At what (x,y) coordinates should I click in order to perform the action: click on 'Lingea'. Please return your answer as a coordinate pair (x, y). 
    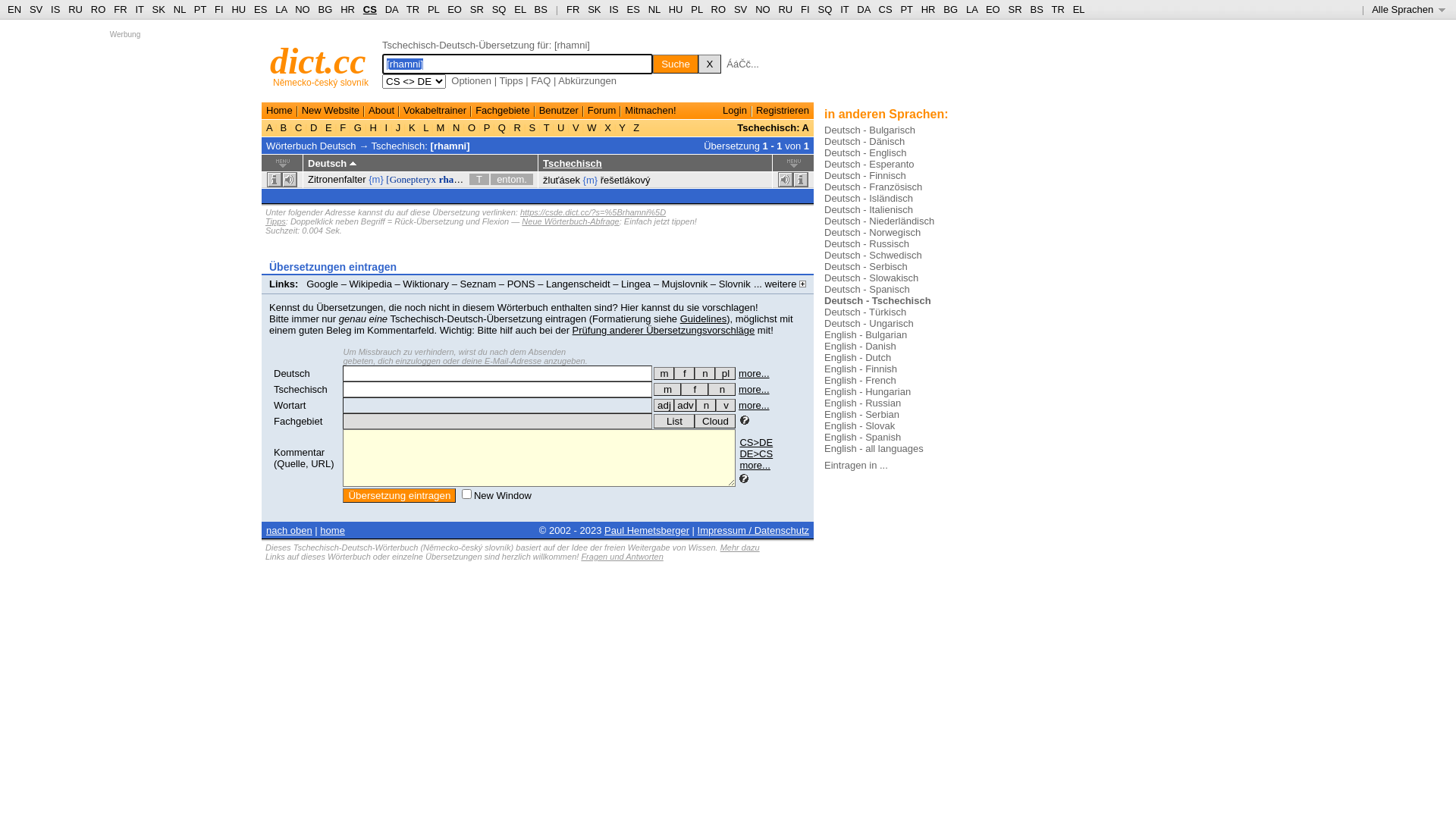
    Looking at the image, I should click on (635, 284).